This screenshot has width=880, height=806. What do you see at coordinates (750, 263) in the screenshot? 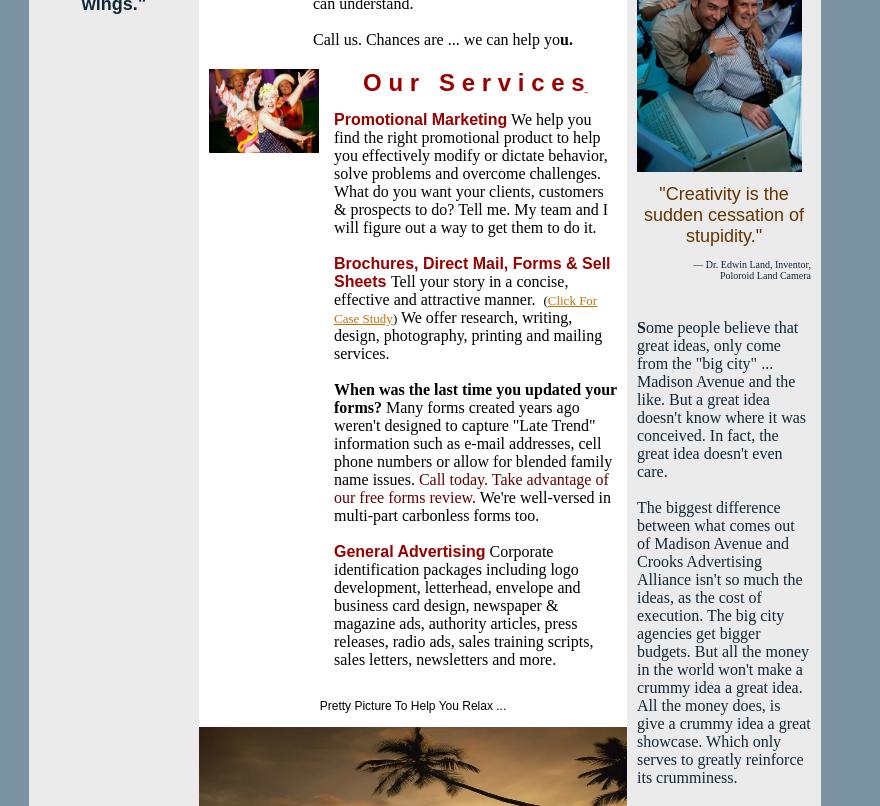
I see `'— Dr. Edwin Land, Inventor,'` at bounding box center [750, 263].